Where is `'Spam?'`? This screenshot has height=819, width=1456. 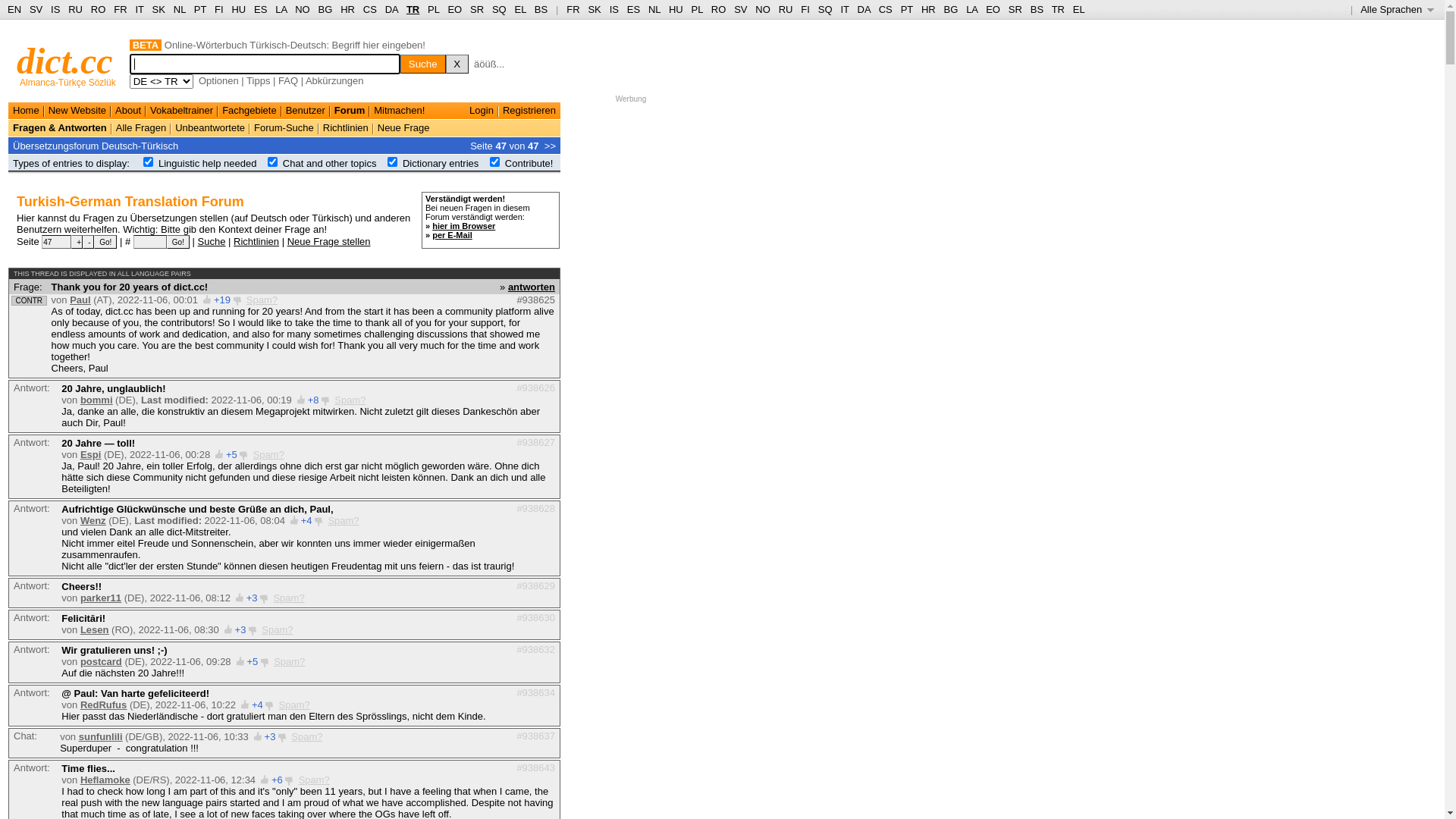
'Spam?' is located at coordinates (306, 736).